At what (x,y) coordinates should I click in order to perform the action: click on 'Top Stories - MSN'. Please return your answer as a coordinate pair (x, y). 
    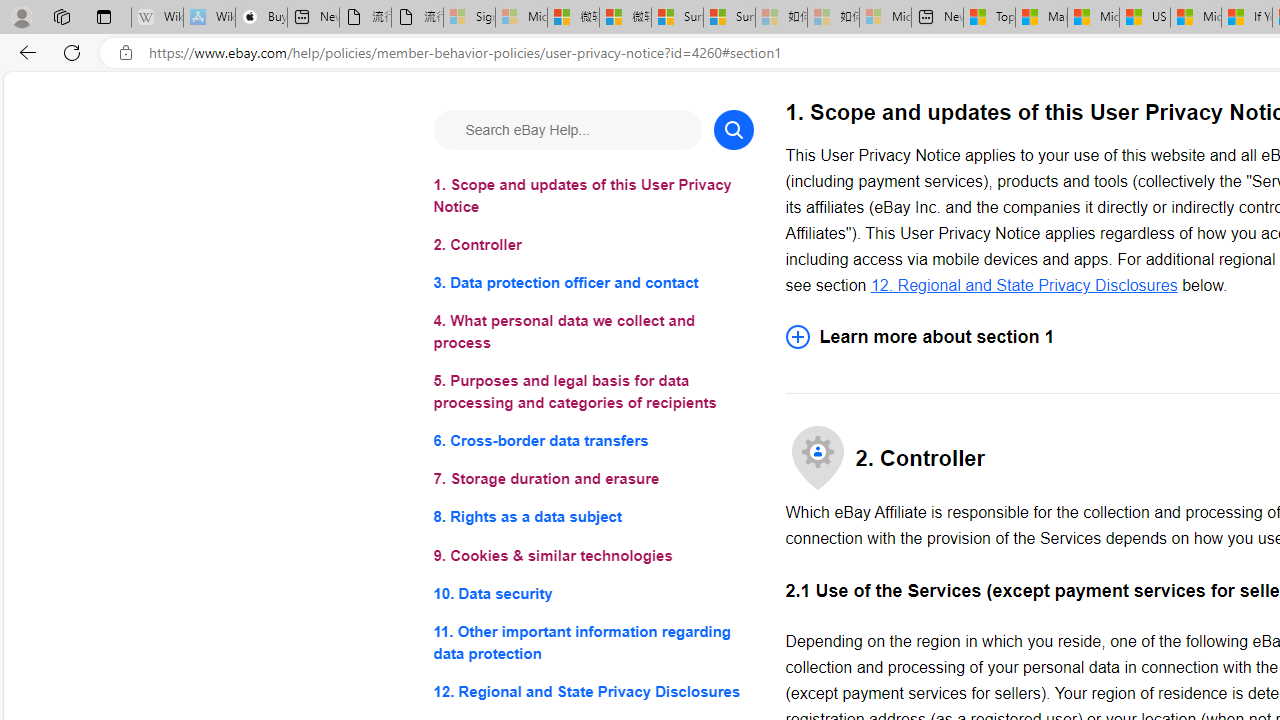
    Looking at the image, I should click on (989, 17).